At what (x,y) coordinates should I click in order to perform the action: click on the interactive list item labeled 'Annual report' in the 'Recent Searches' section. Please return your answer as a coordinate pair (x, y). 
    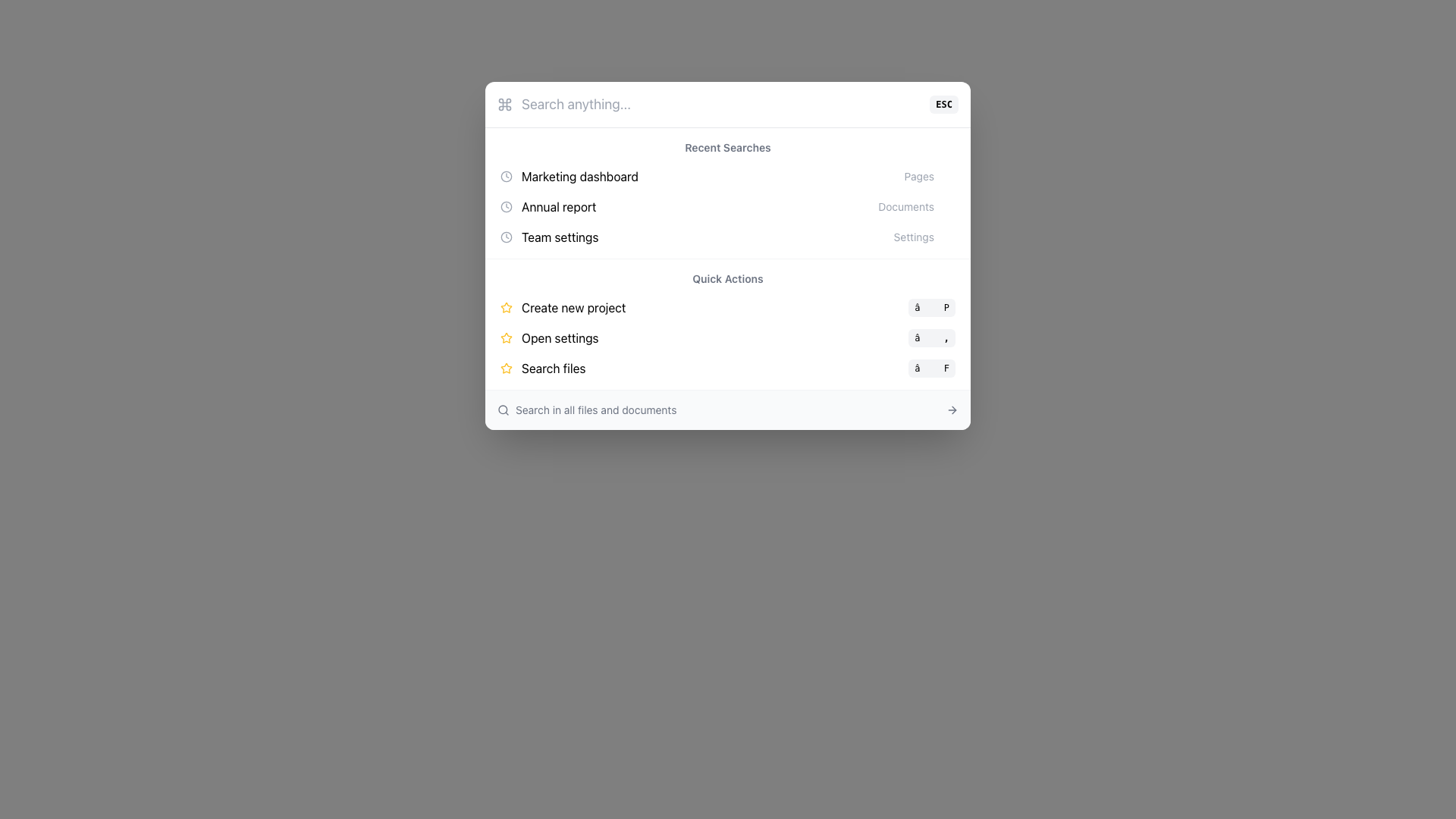
    Looking at the image, I should click on (728, 207).